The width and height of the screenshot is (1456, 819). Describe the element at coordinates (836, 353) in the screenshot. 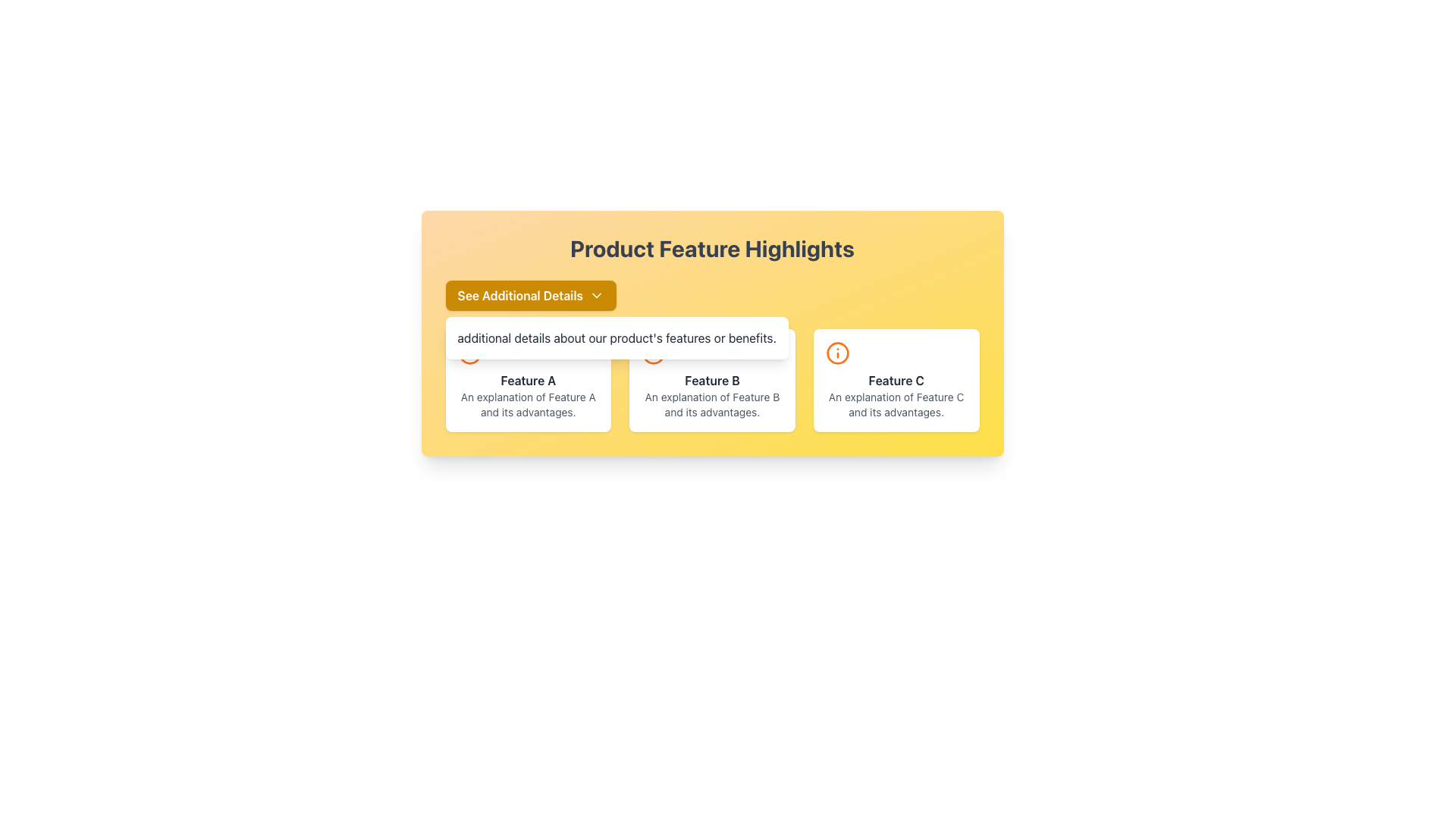

I see `the circular graphic element located in the 'Feature C' card, which enhances the iconography of the interface` at that location.